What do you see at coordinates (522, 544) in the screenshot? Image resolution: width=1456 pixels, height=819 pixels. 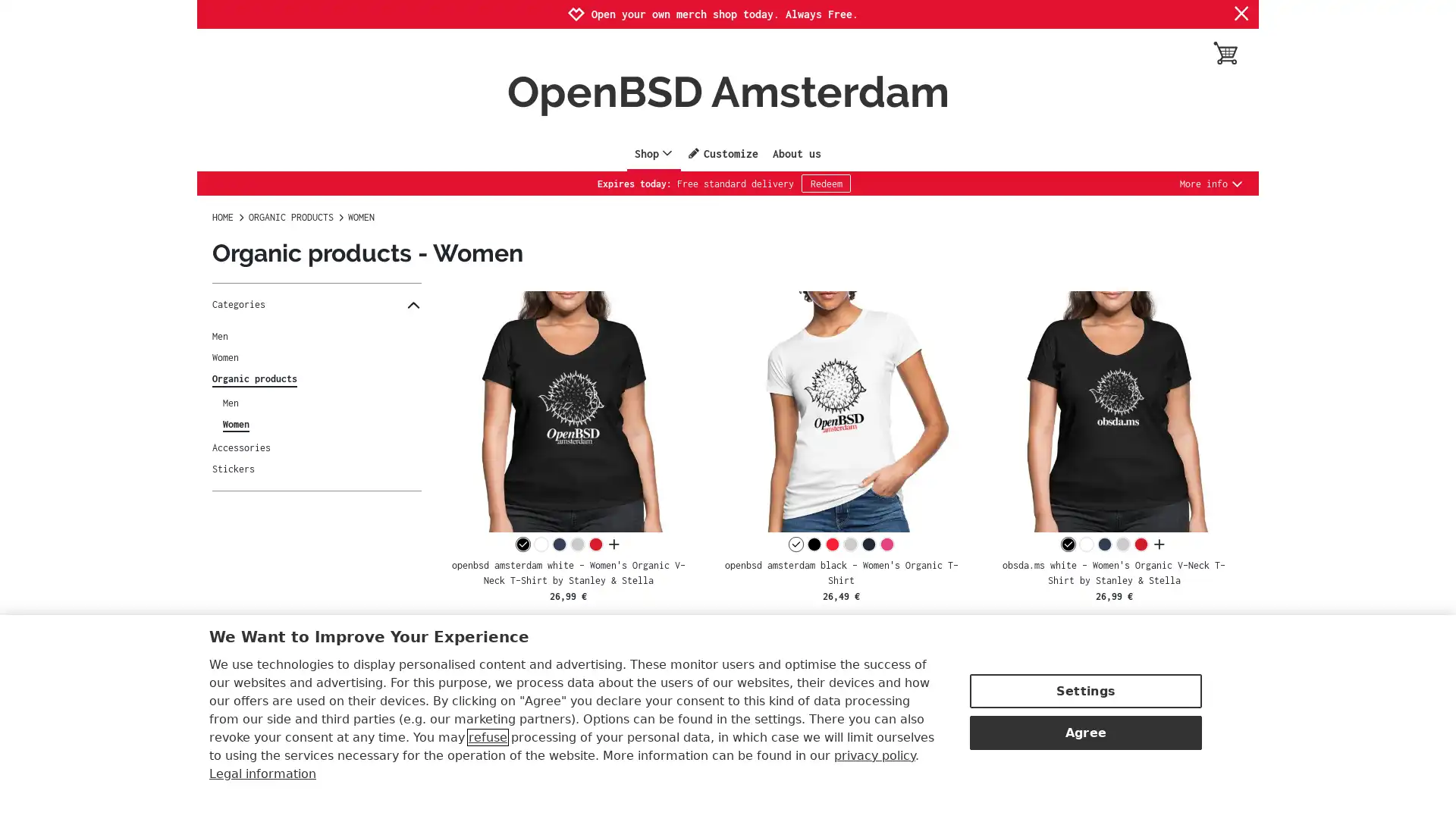 I see `black` at bounding box center [522, 544].